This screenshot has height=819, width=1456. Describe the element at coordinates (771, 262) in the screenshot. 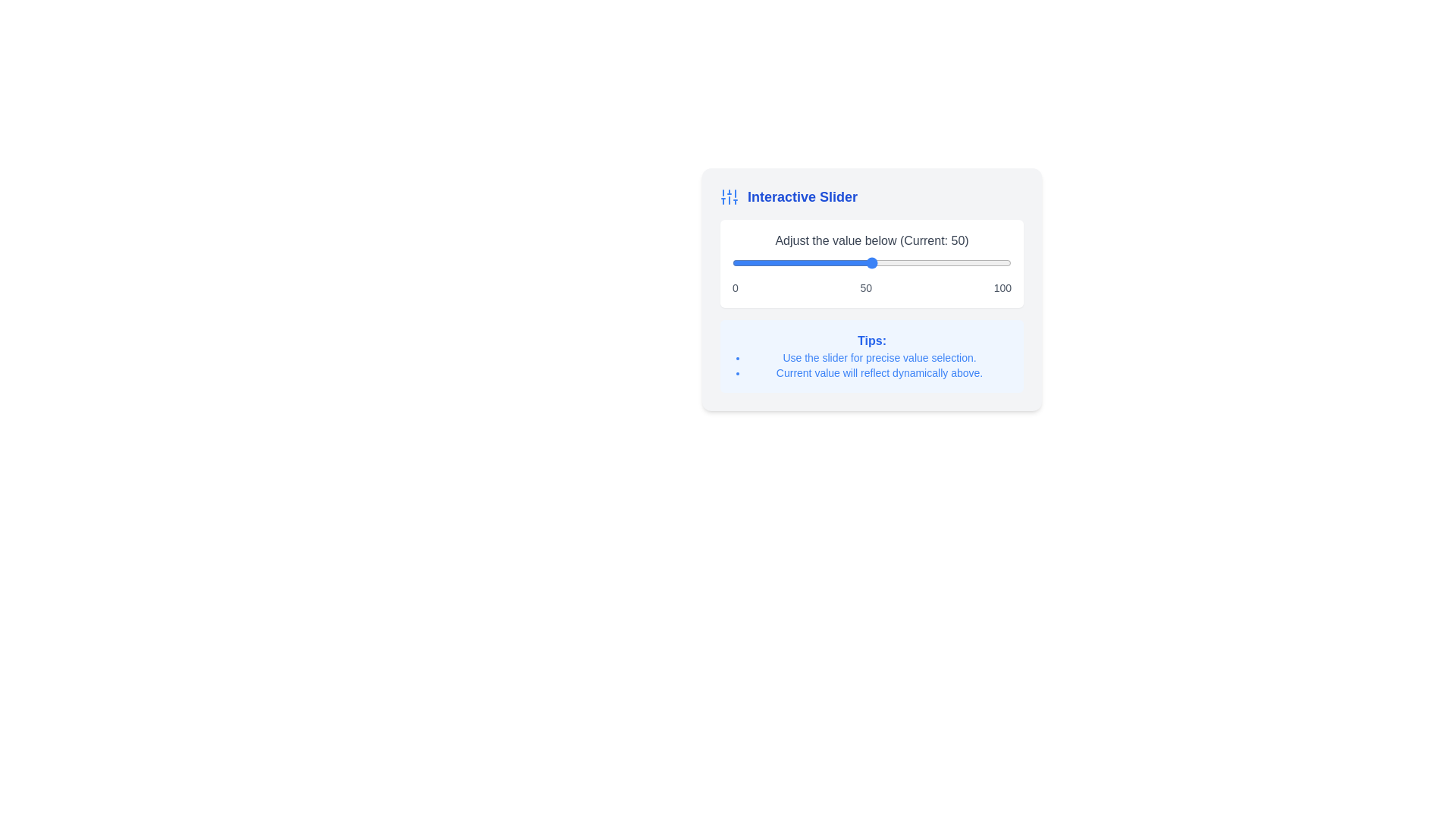

I see `the slider value` at that location.